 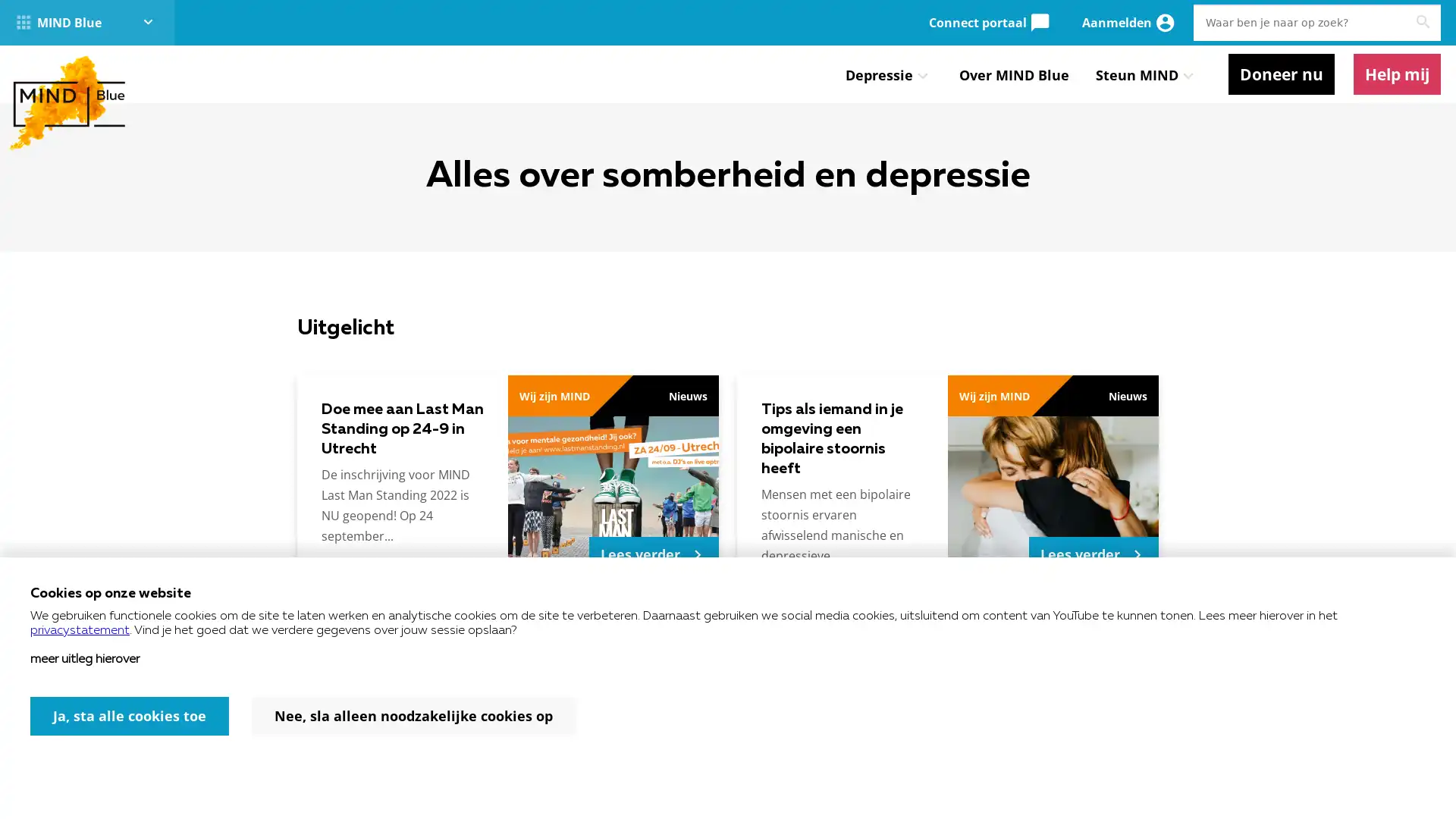 I want to click on Ja, sta alle cookies toe, so click(x=130, y=716).